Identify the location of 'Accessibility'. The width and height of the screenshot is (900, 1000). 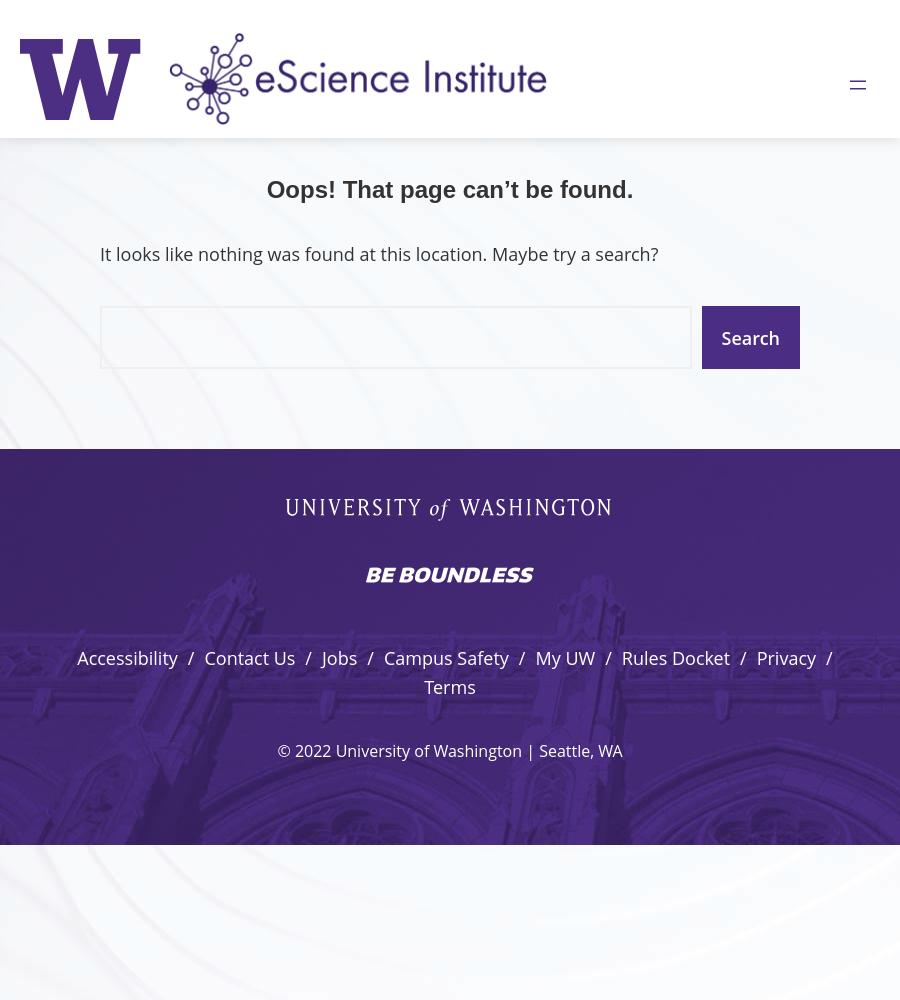
(126, 658).